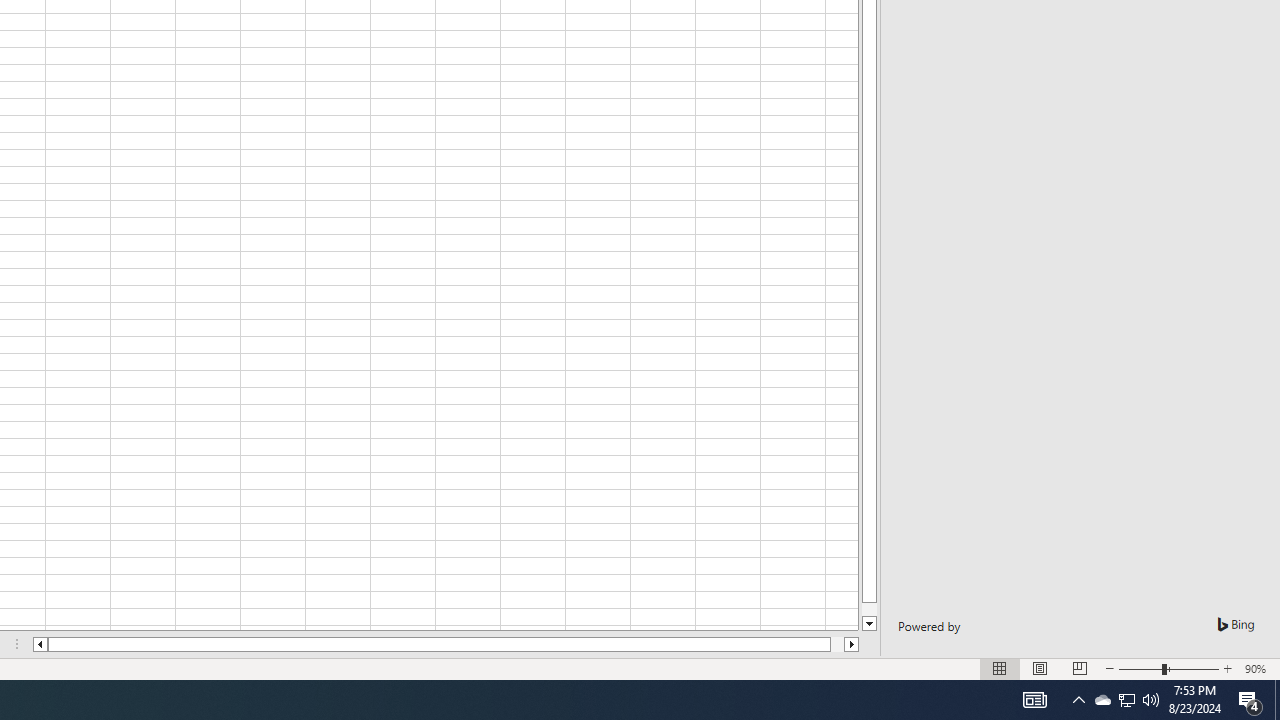 The height and width of the screenshot is (720, 1280). What do you see at coordinates (1140, 669) in the screenshot?
I see `'Zoom Out'` at bounding box center [1140, 669].